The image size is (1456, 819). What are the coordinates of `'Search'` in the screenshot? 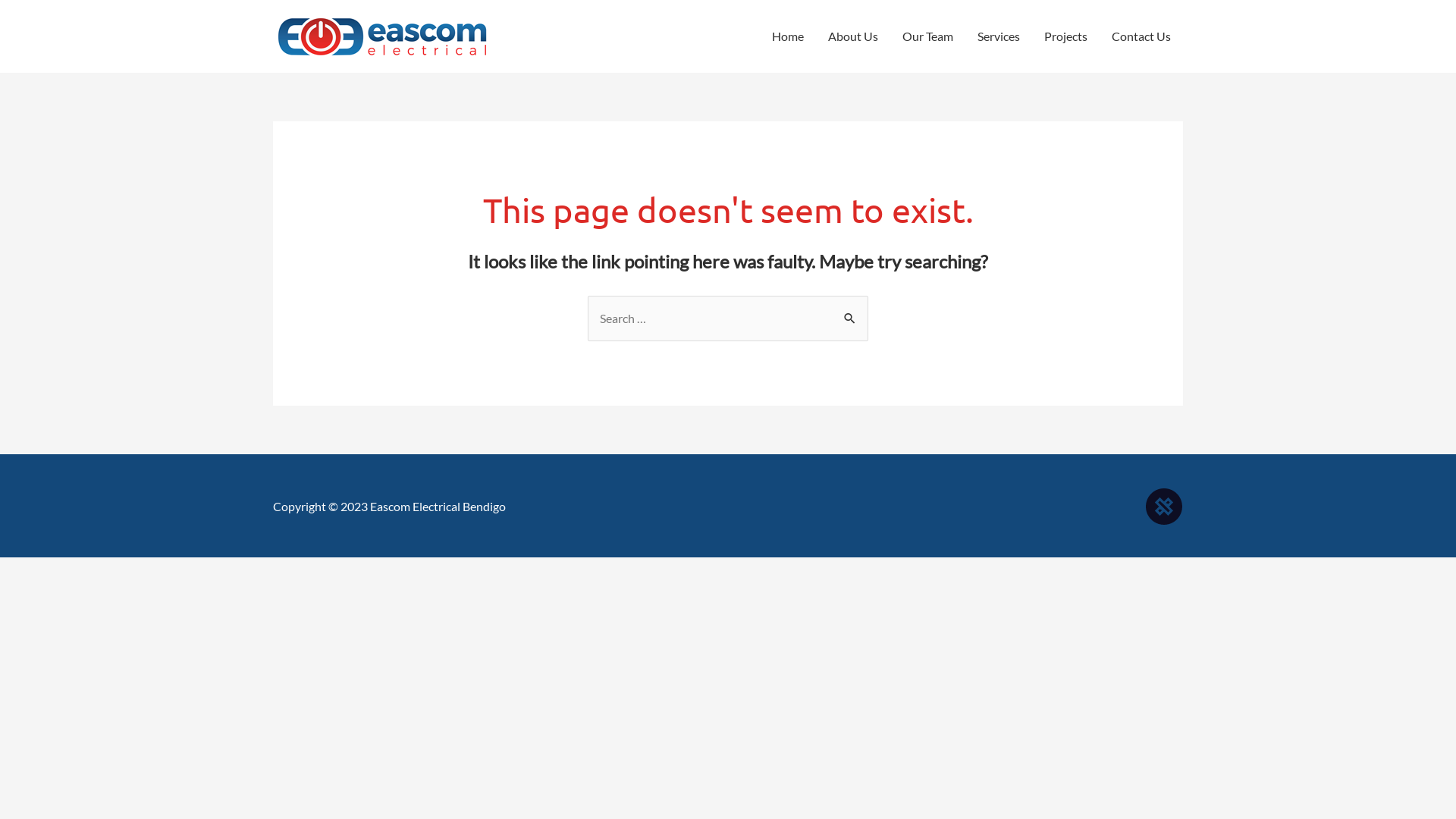 It's located at (851, 315).